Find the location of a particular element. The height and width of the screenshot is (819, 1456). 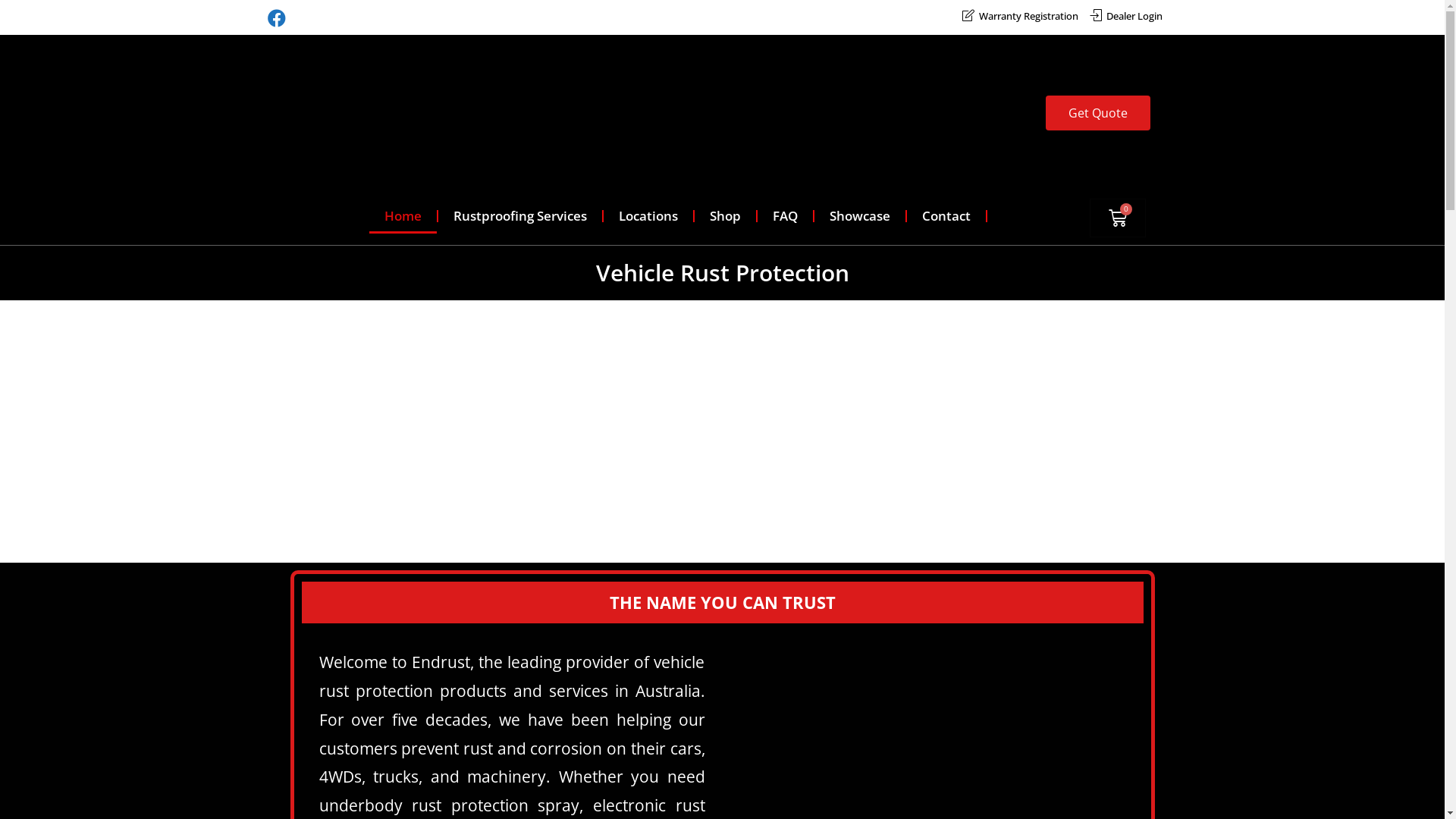

'Get Quote' is located at coordinates (1098, 112).